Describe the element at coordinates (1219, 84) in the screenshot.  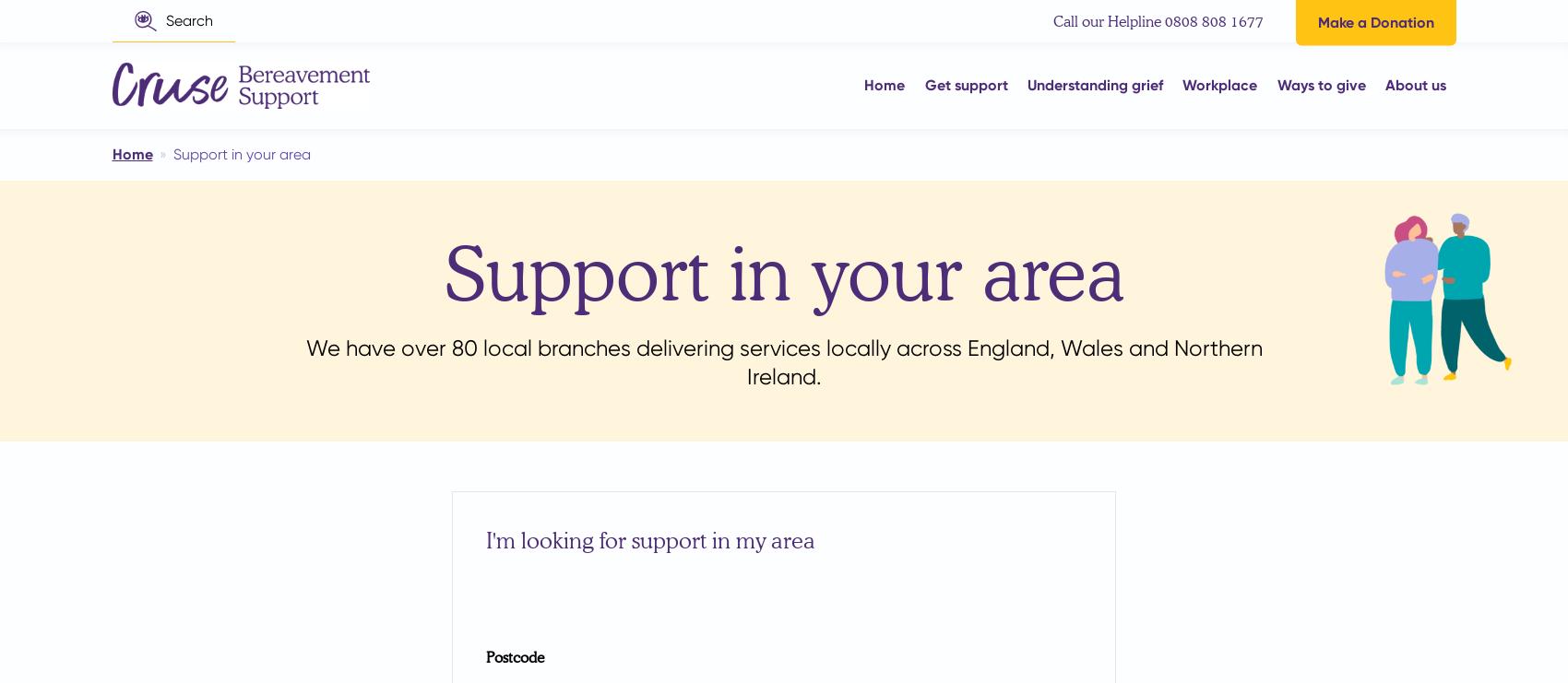
I see `'Workplace'` at that location.